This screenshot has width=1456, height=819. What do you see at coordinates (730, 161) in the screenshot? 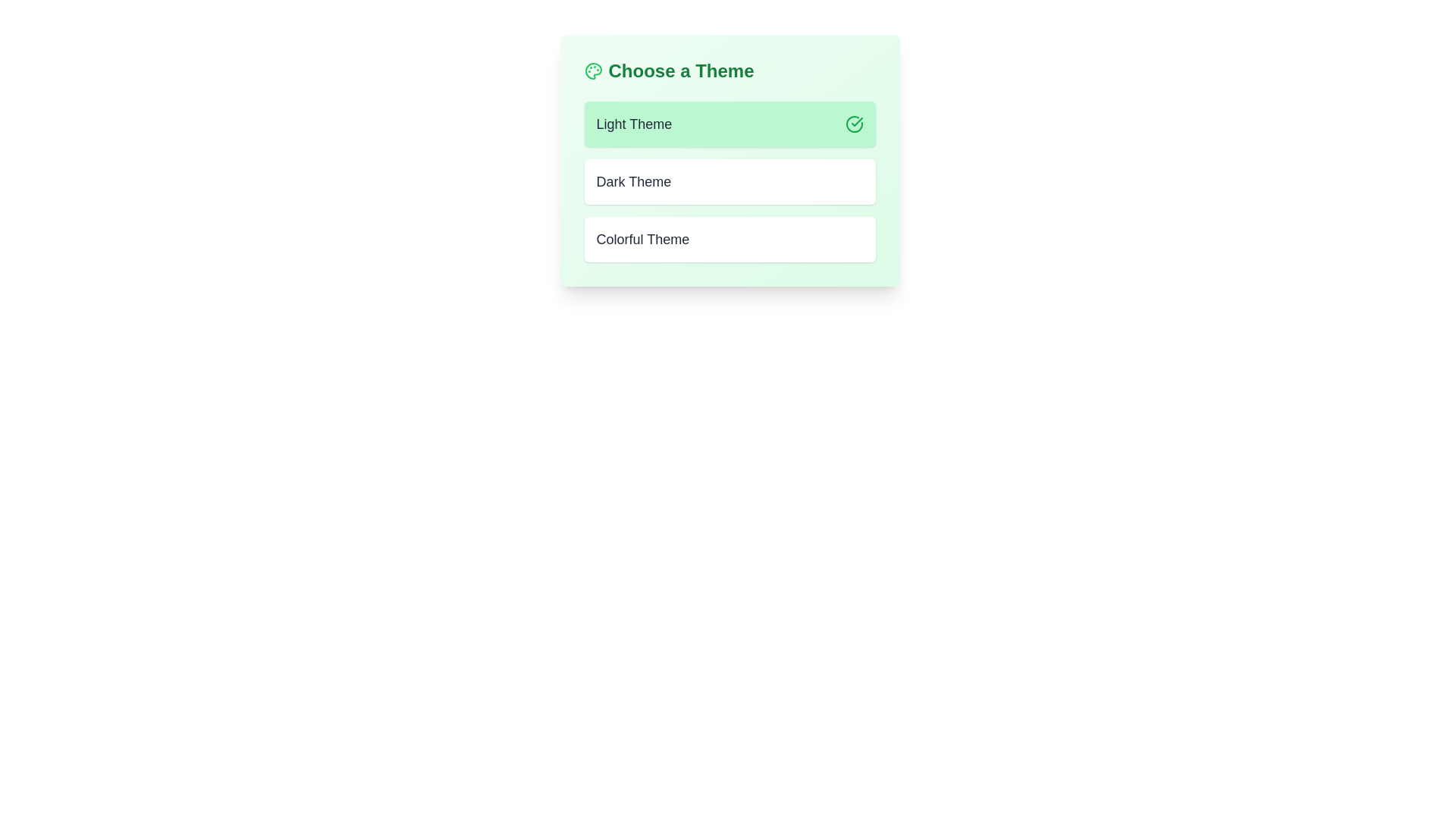
I see `the 'Dark Theme' selection option in the theme selection interface` at bounding box center [730, 161].